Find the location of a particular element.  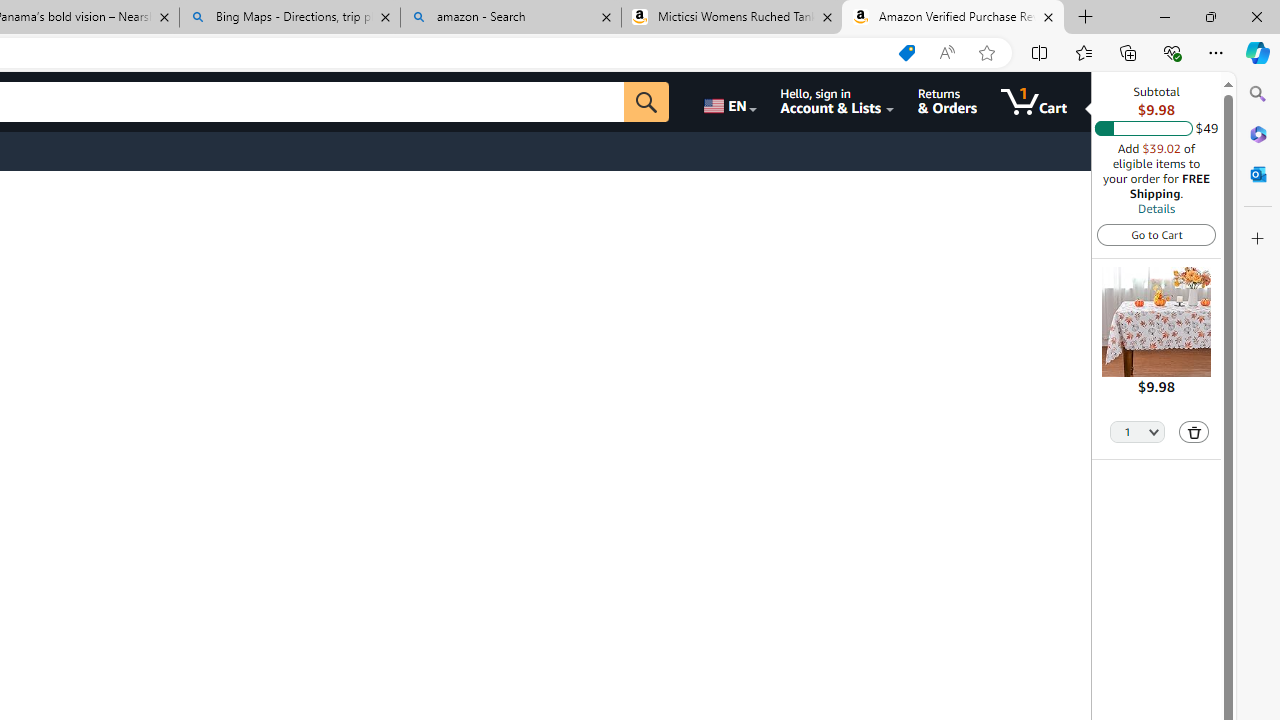

'Returns & Orders' is located at coordinates (946, 101).